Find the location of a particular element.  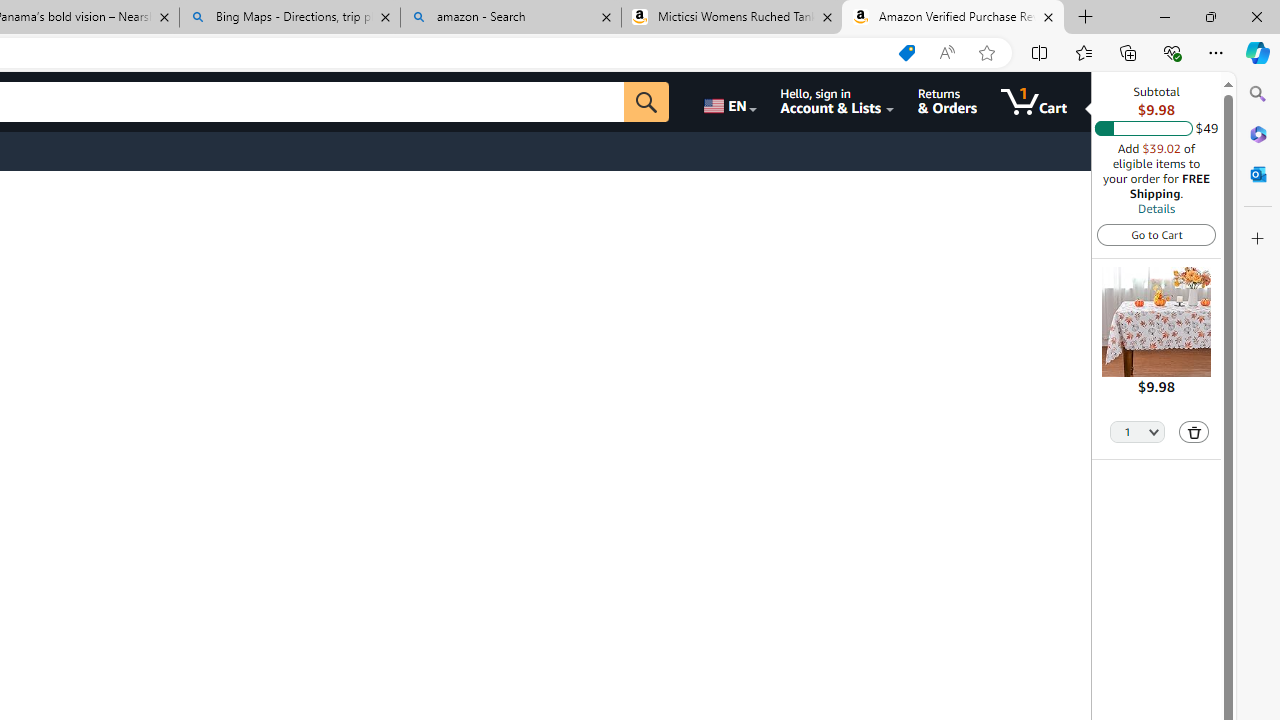

'Returns & Orders' is located at coordinates (946, 101).